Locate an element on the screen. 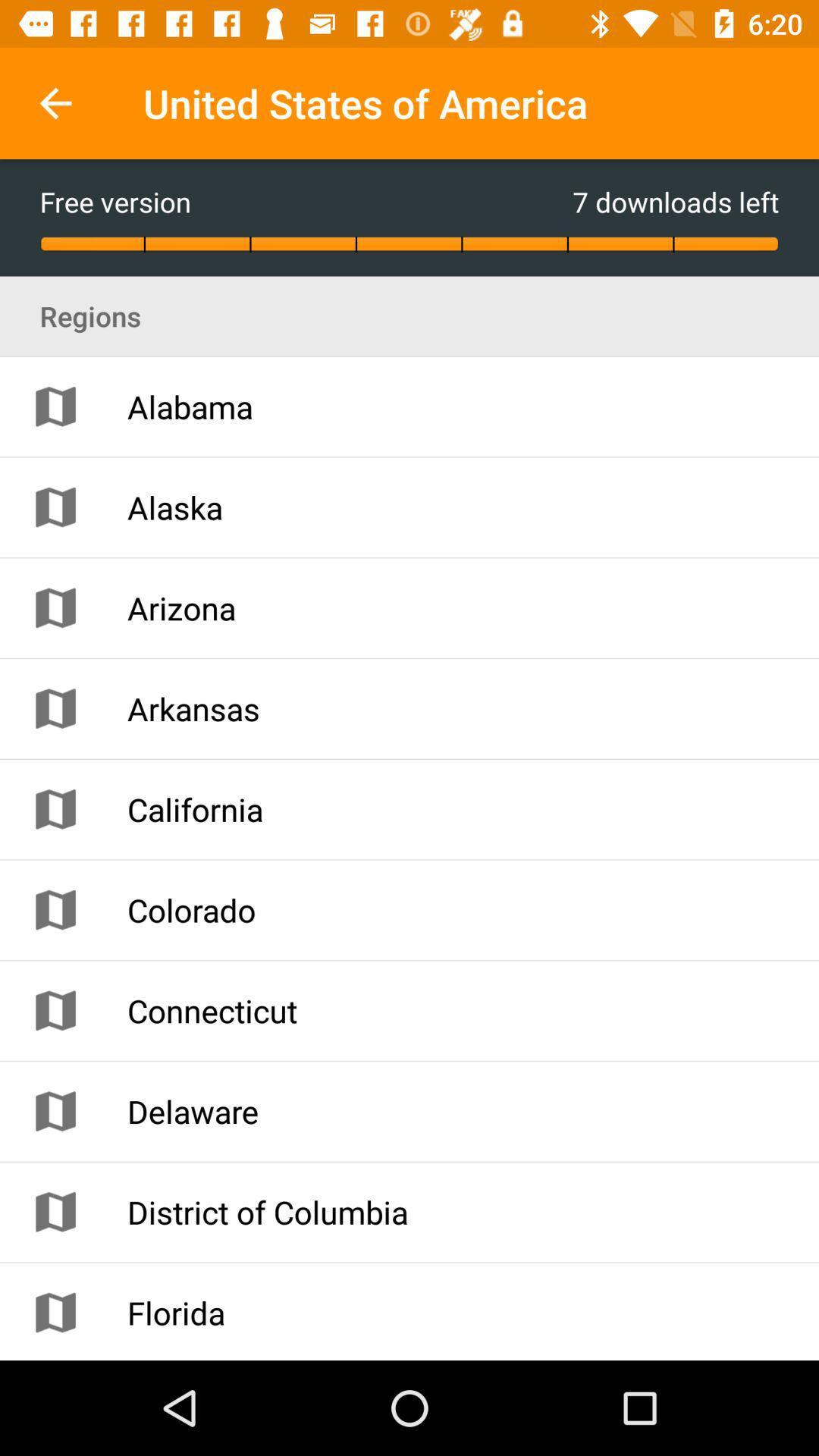 Image resolution: width=819 pixels, height=1456 pixels. the app next to the united states of app is located at coordinates (55, 102).